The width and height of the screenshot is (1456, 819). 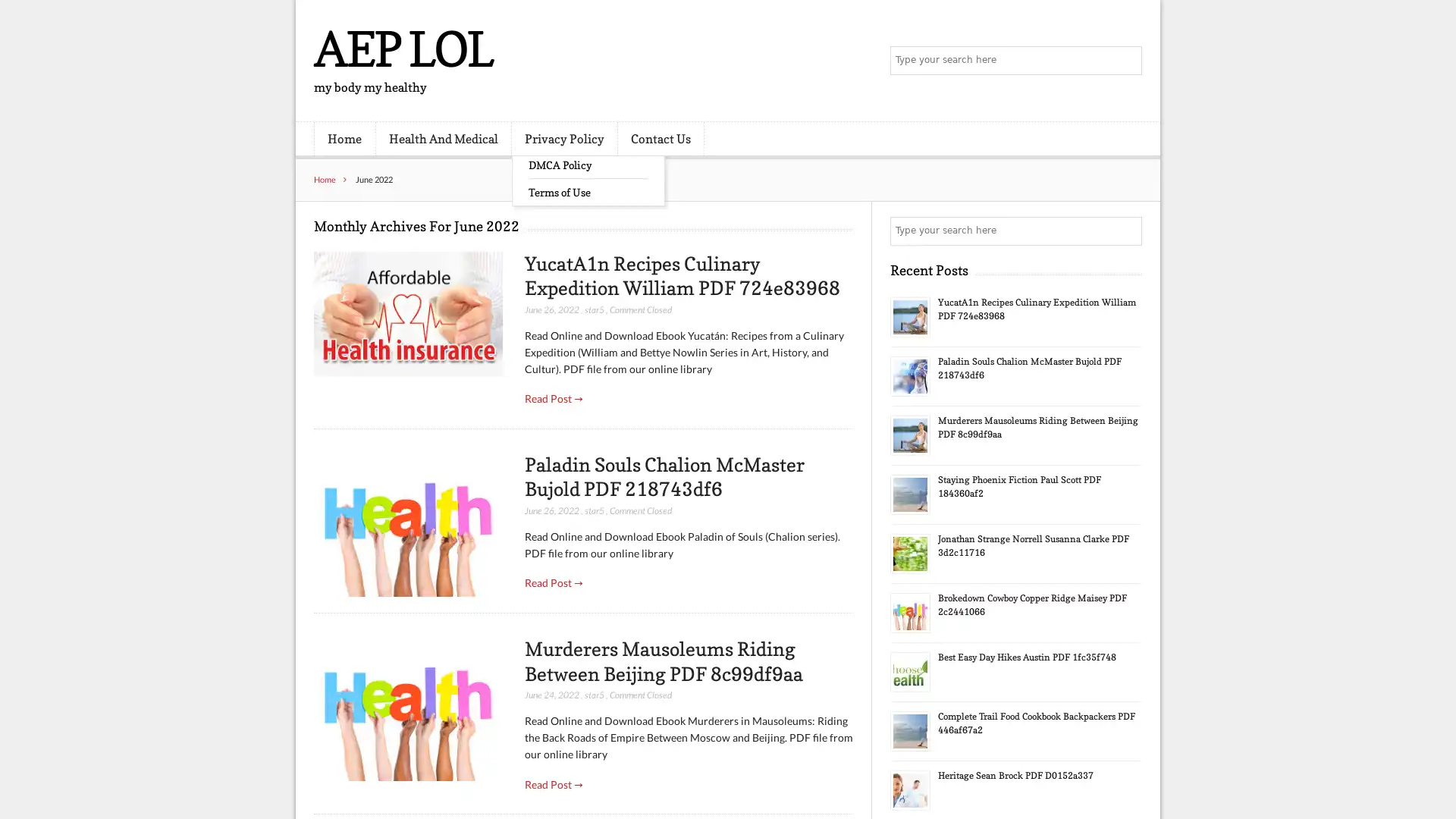 What do you see at coordinates (1126, 231) in the screenshot?
I see `Search` at bounding box center [1126, 231].